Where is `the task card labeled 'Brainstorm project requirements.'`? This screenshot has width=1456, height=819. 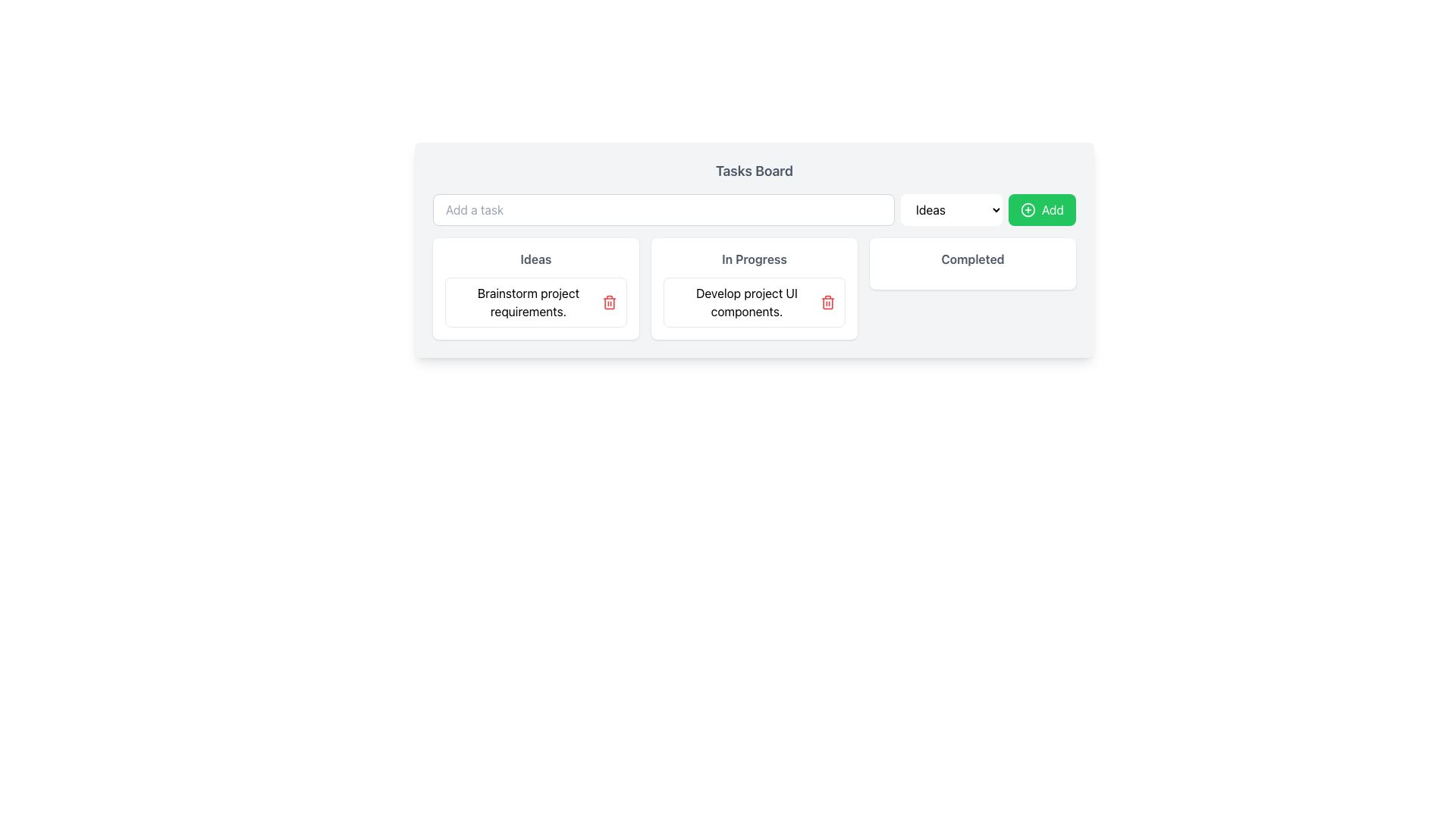
the task card labeled 'Brainstorm project requirements.' is located at coordinates (535, 302).